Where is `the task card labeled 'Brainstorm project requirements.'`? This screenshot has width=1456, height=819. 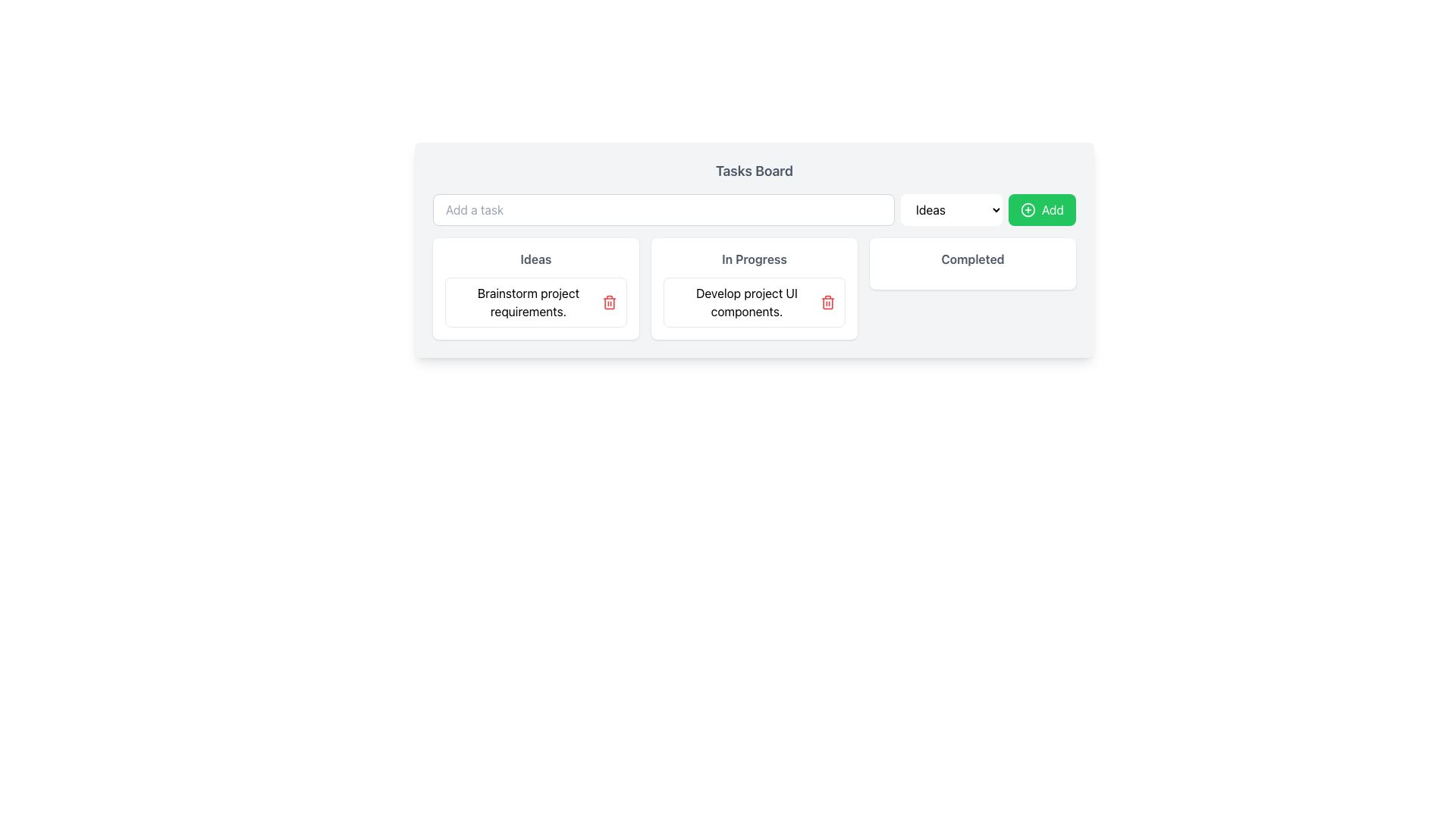
the task card labeled 'Brainstorm project requirements.' is located at coordinates (535, 302).